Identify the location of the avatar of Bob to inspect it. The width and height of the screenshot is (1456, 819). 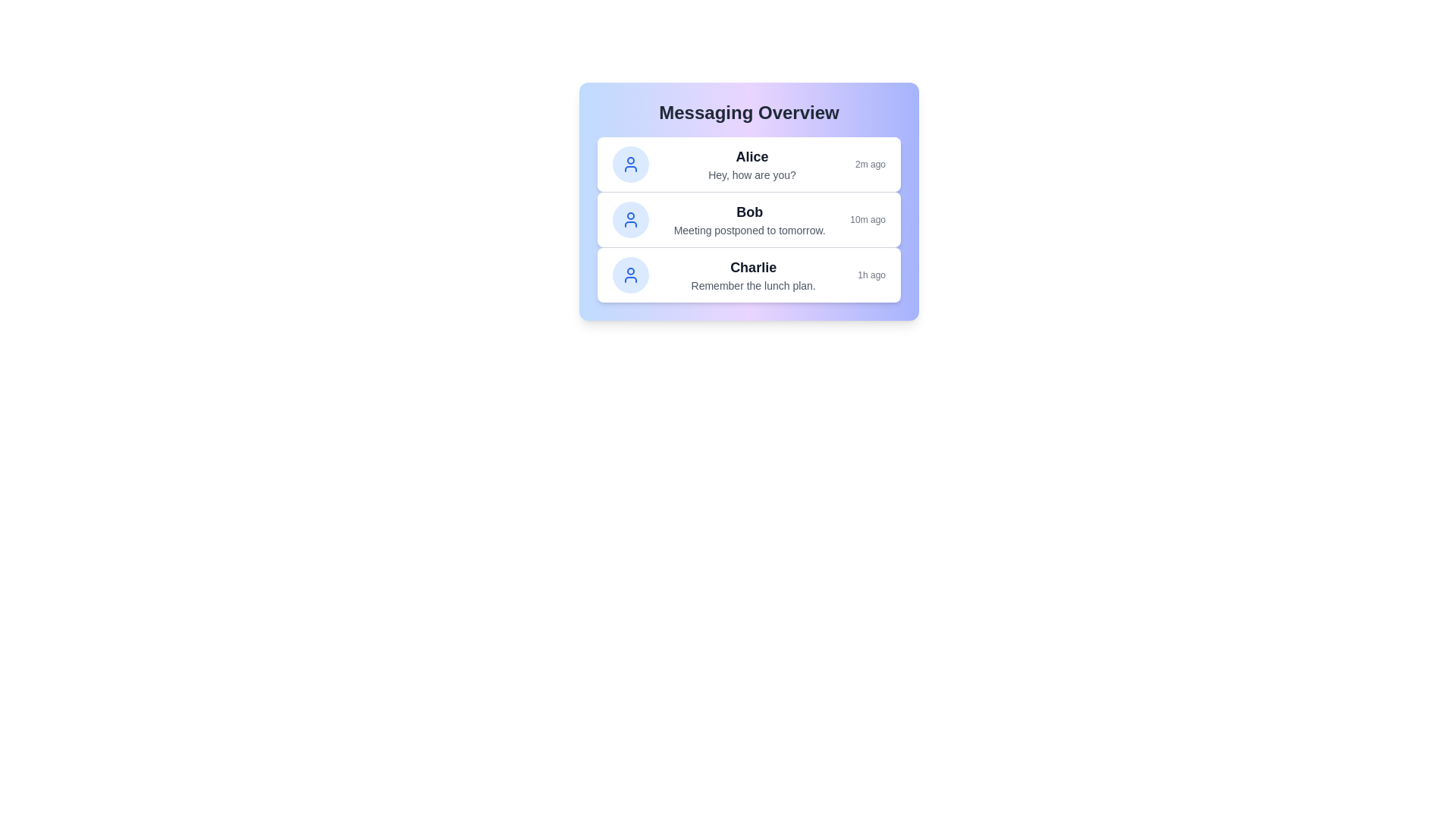
(630, 219).